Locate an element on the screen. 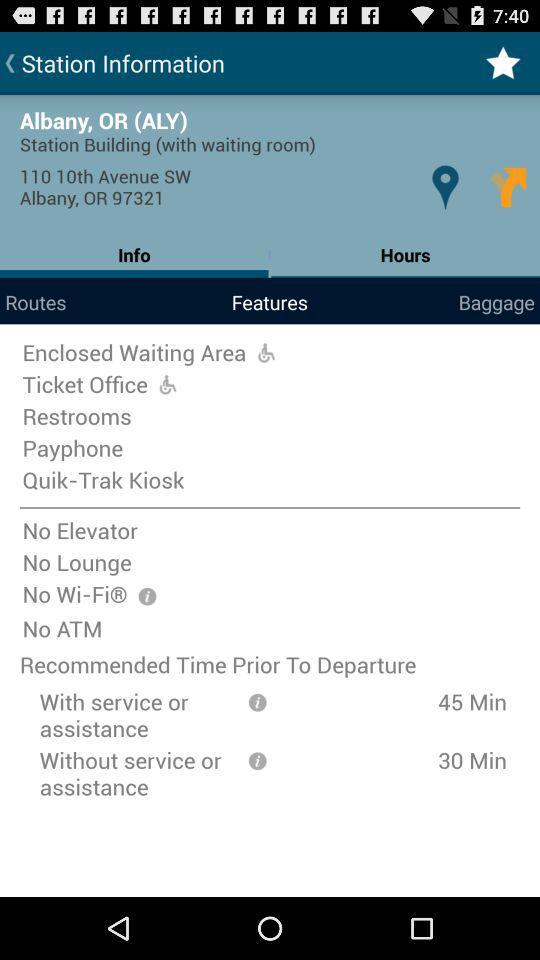  the icon next to the 110 10th avenue is located at coordinates (445, 187).